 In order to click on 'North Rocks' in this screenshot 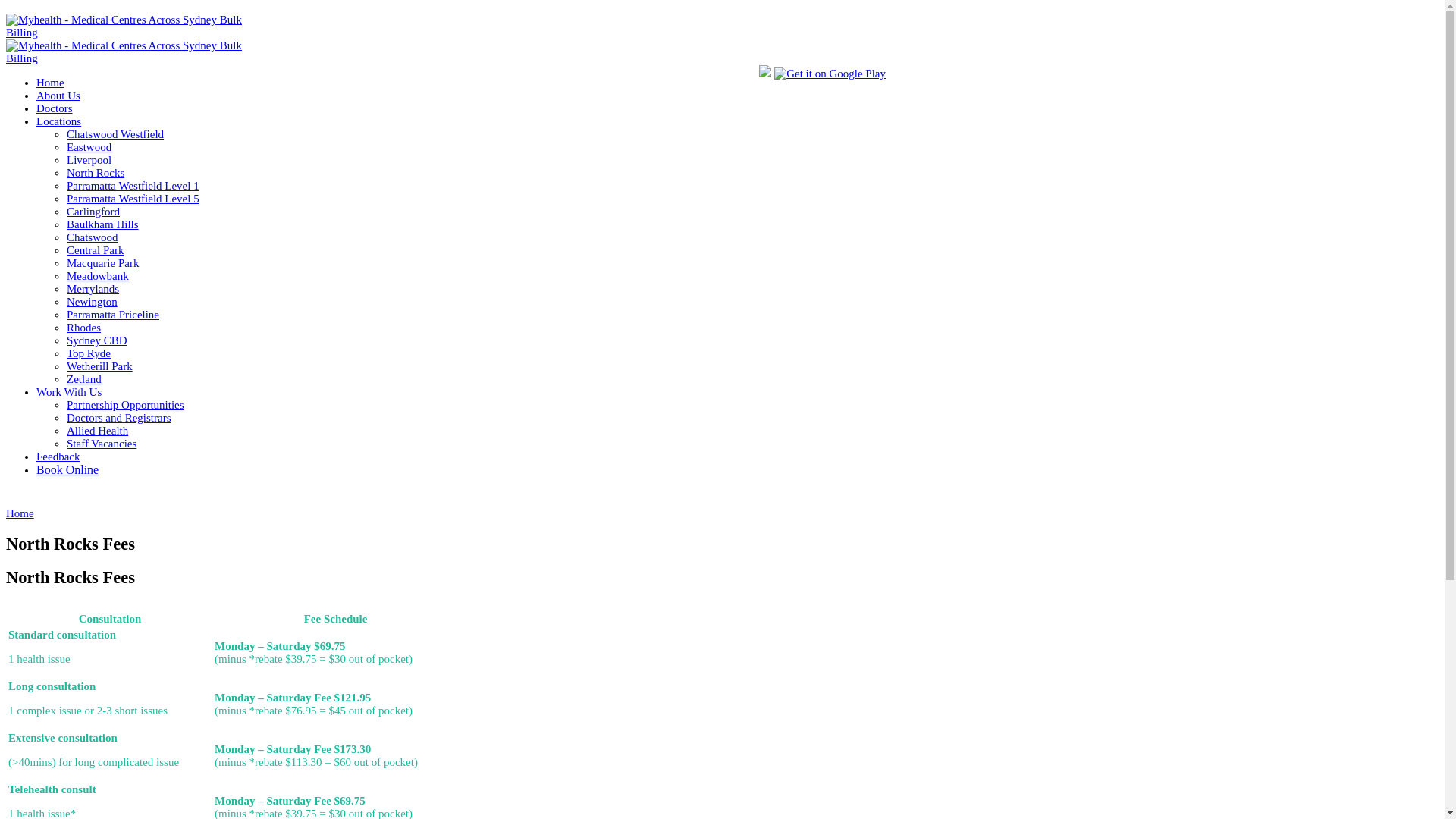, I will do `click(94, 171)`.